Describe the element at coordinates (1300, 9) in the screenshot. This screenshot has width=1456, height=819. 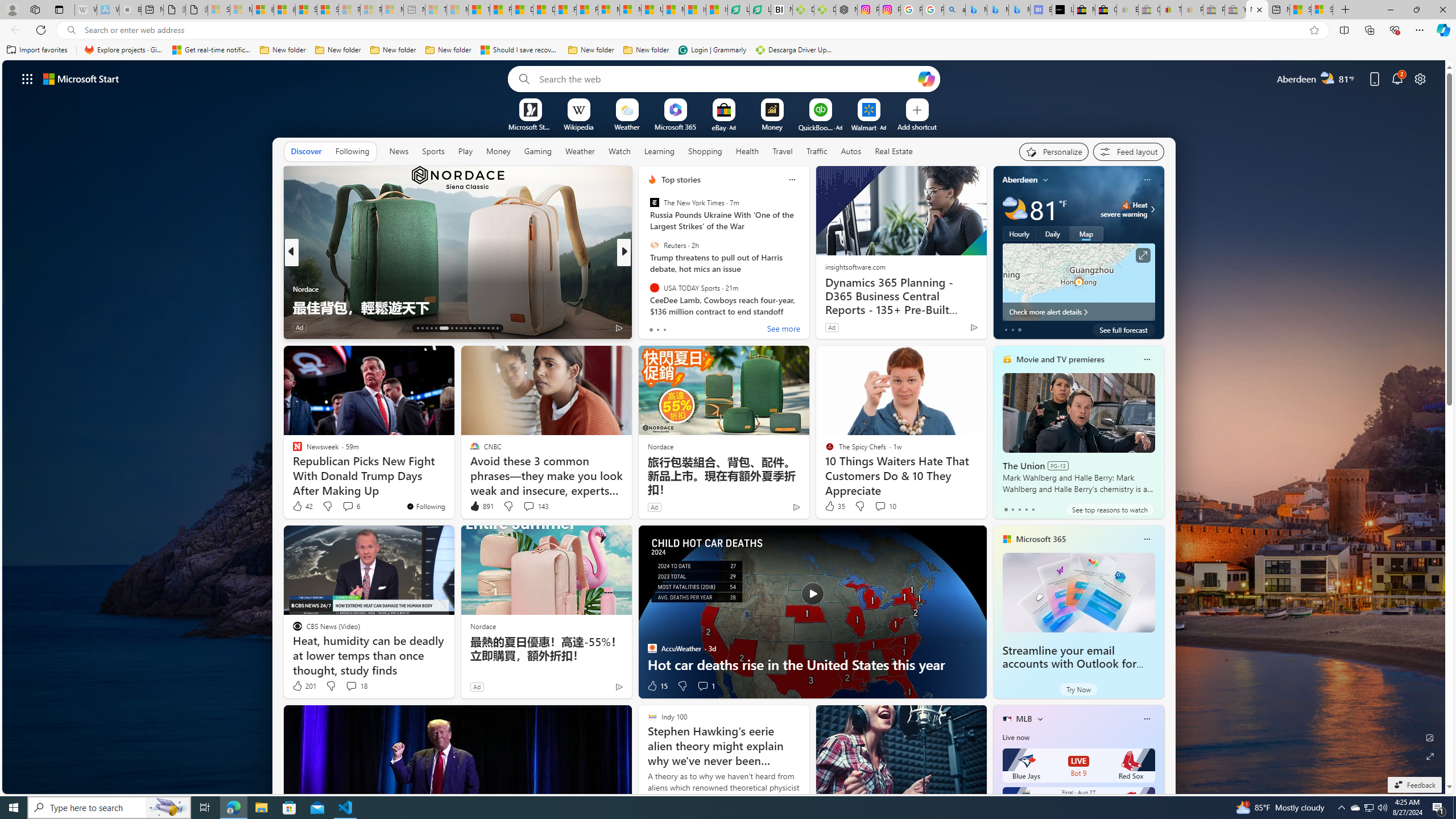
I see `'Shanghai, China hourly forecast | Microsoft Weather'` at that location.